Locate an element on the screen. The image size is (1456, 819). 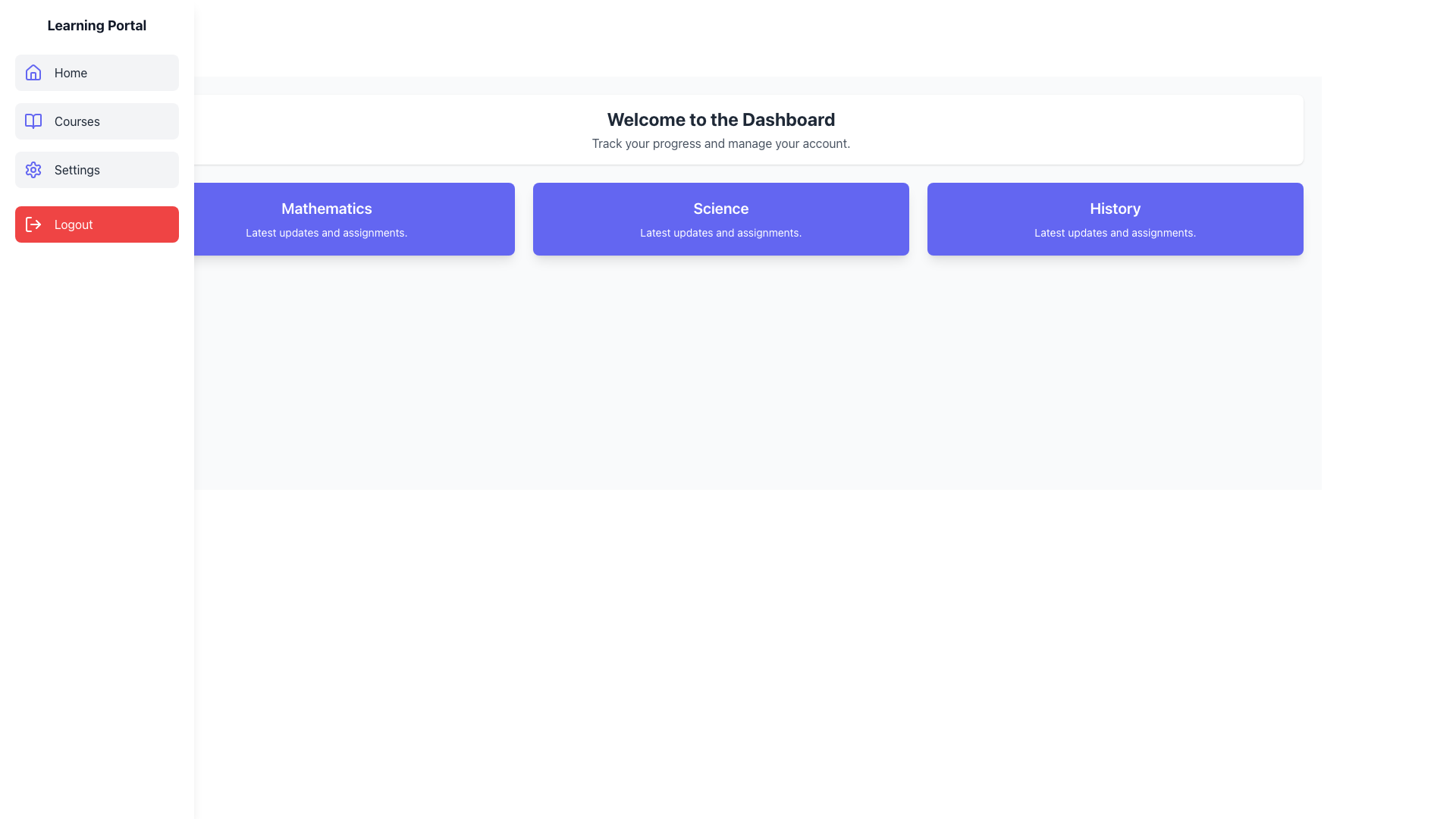
the SVG icon representing the logout functionality located to the left of the text 'Logout' in the vertical sidebar menu is located at coordinates (33, 224).